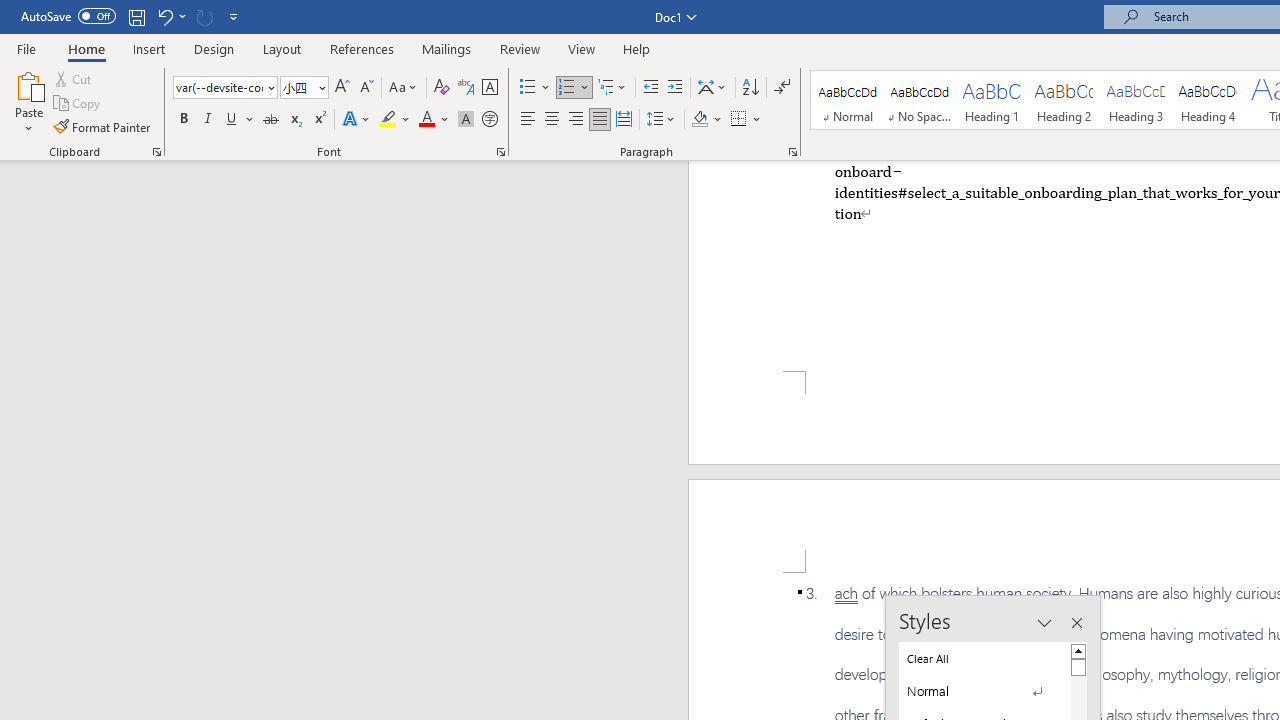 This screenshot has width=1280, height=720. Describe the element at coordinates (135, 16) in the screenshot. I see `'Save'` at that location.